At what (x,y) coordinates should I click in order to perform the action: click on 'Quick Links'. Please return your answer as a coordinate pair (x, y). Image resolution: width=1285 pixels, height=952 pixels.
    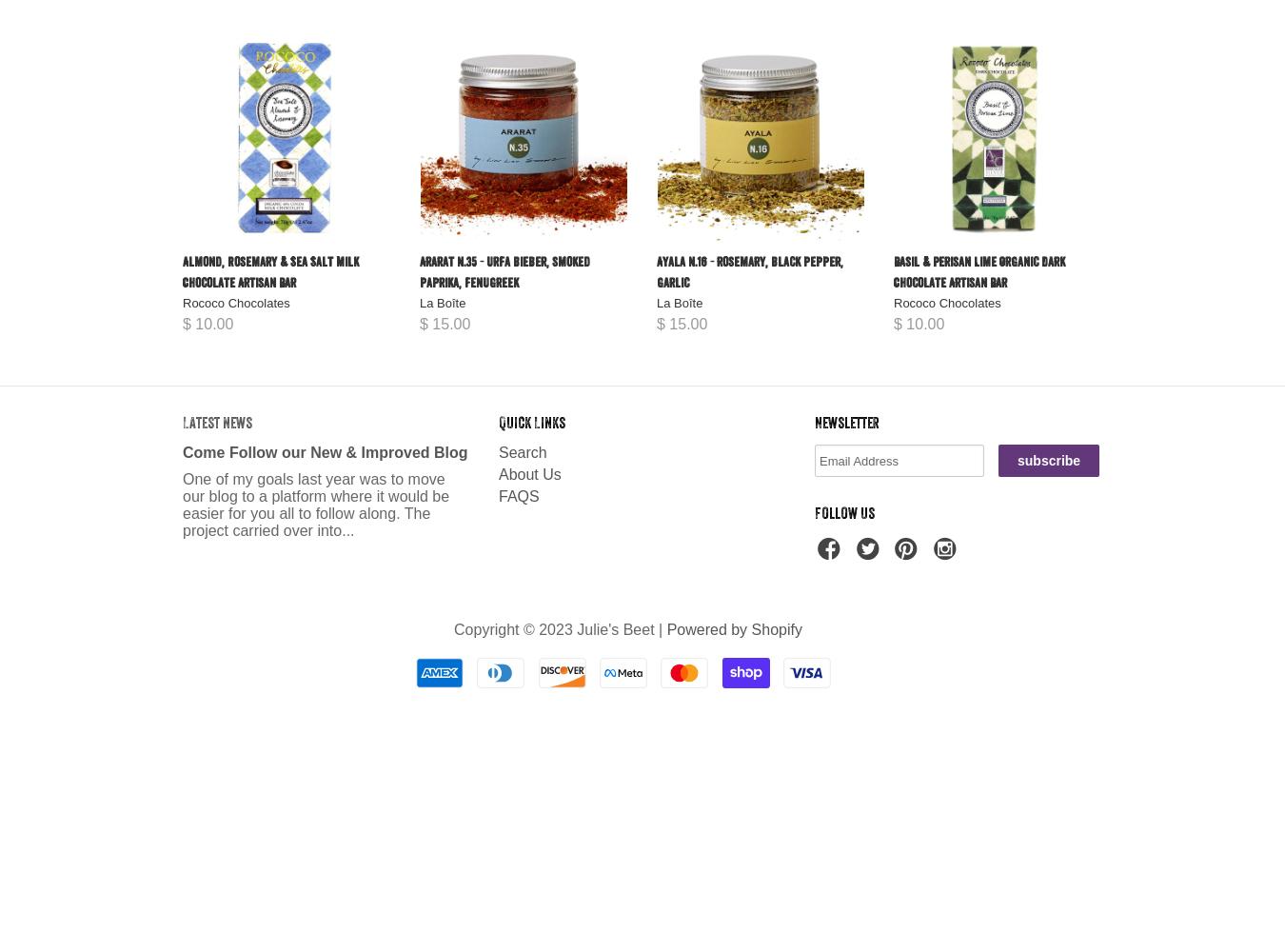
    Looking at the image, I should click on (531, 423).